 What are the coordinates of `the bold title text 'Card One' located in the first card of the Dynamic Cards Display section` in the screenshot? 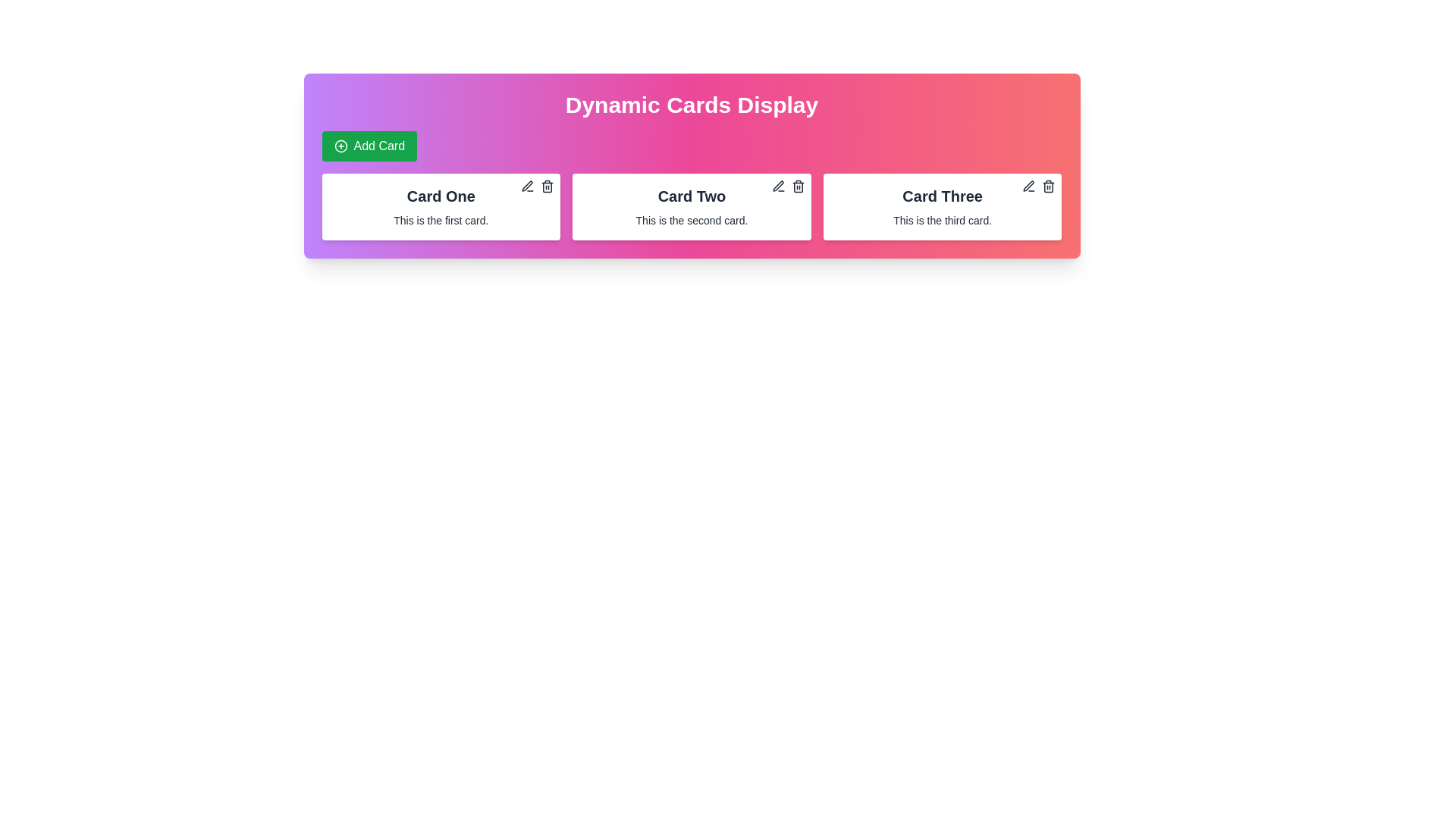 It's located at (440, 195).